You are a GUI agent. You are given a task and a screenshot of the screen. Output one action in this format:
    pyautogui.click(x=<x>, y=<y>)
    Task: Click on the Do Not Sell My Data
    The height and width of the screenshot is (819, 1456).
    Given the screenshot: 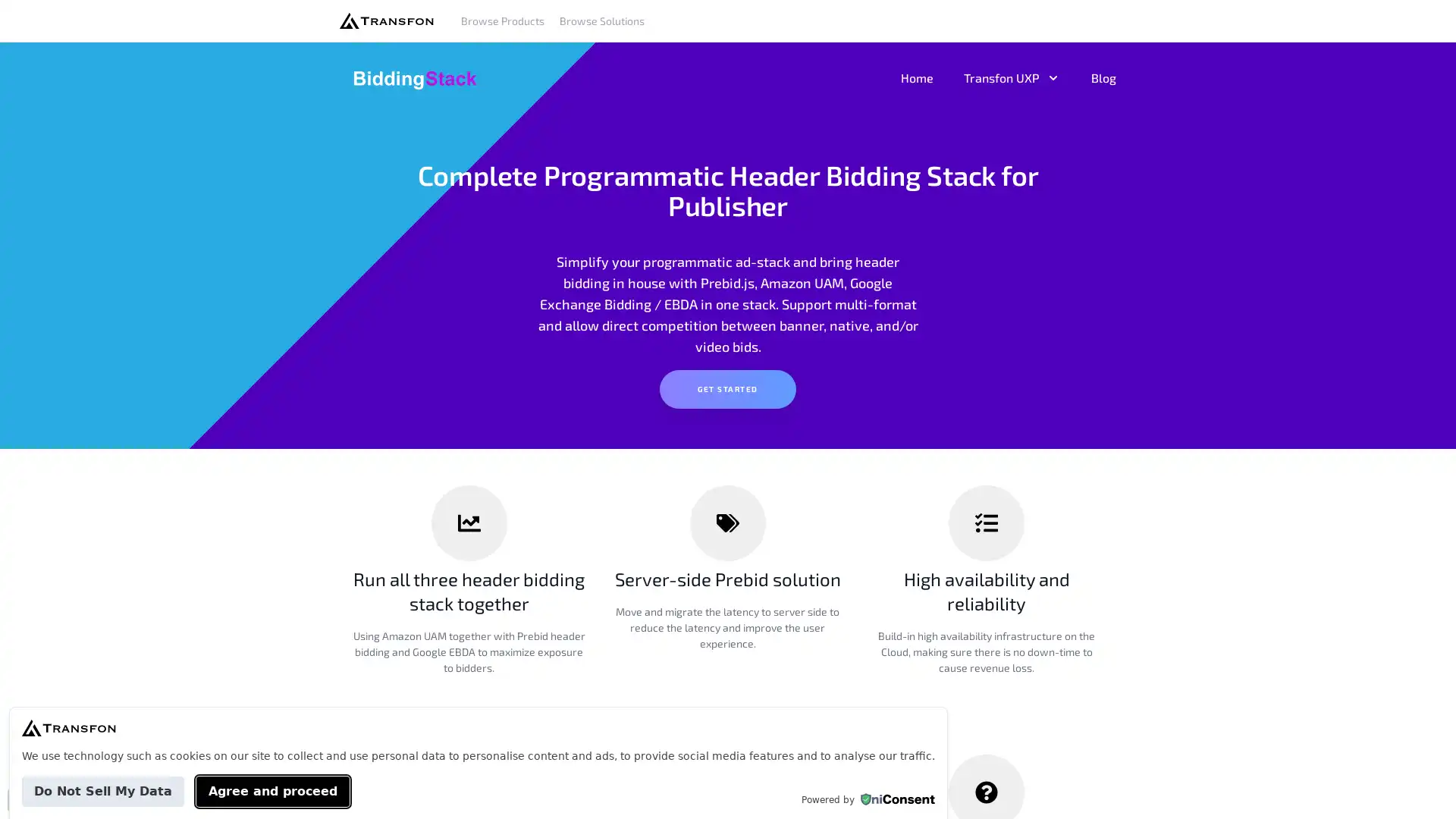 What is the action you would take?
    pyautogui.click(x=102, y=791)
    